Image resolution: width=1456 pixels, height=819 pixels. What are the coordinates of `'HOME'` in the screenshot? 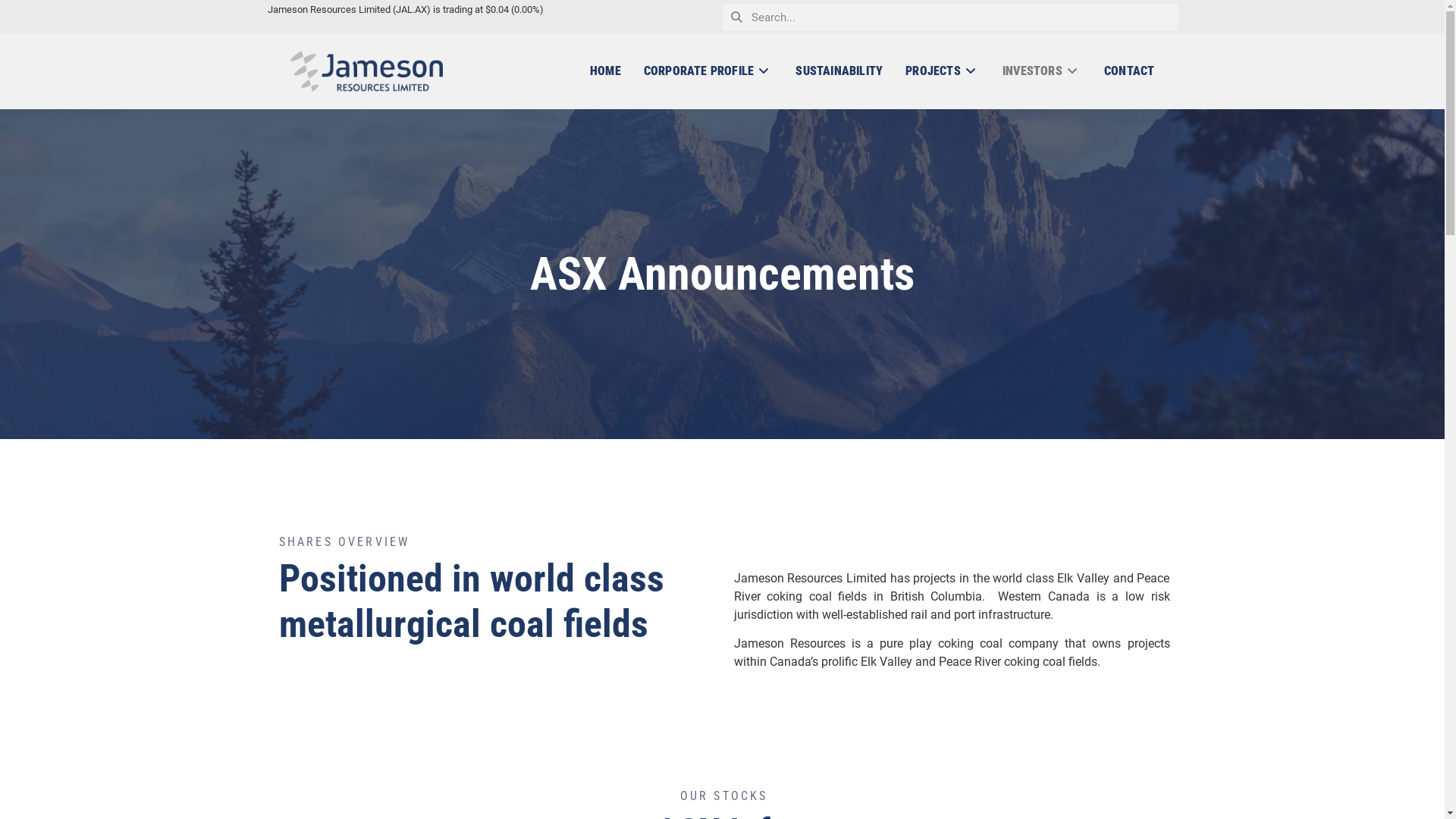 It's located at (611, 71).